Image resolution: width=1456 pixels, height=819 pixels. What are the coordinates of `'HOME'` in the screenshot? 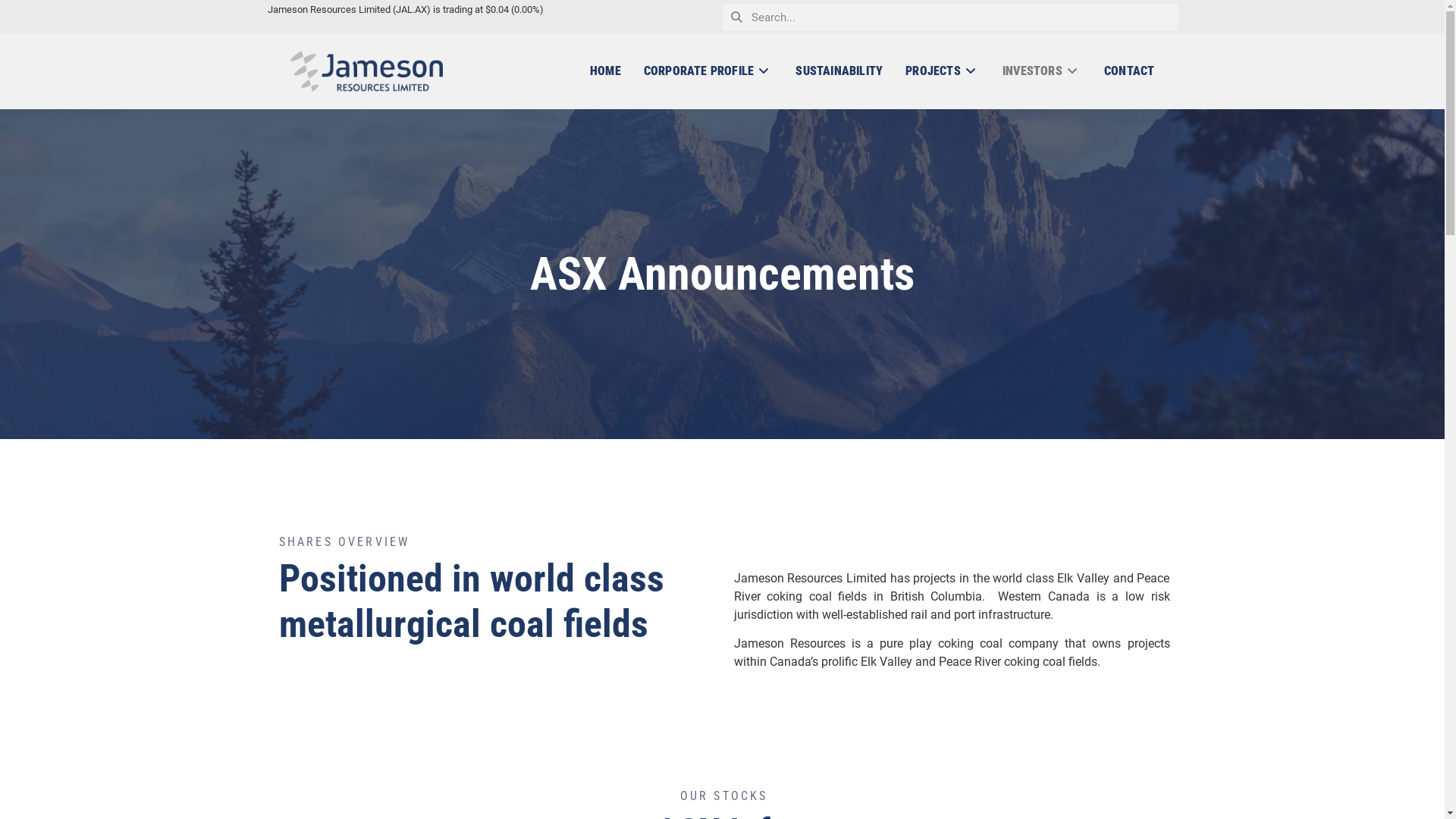 It's located at (611, 71).